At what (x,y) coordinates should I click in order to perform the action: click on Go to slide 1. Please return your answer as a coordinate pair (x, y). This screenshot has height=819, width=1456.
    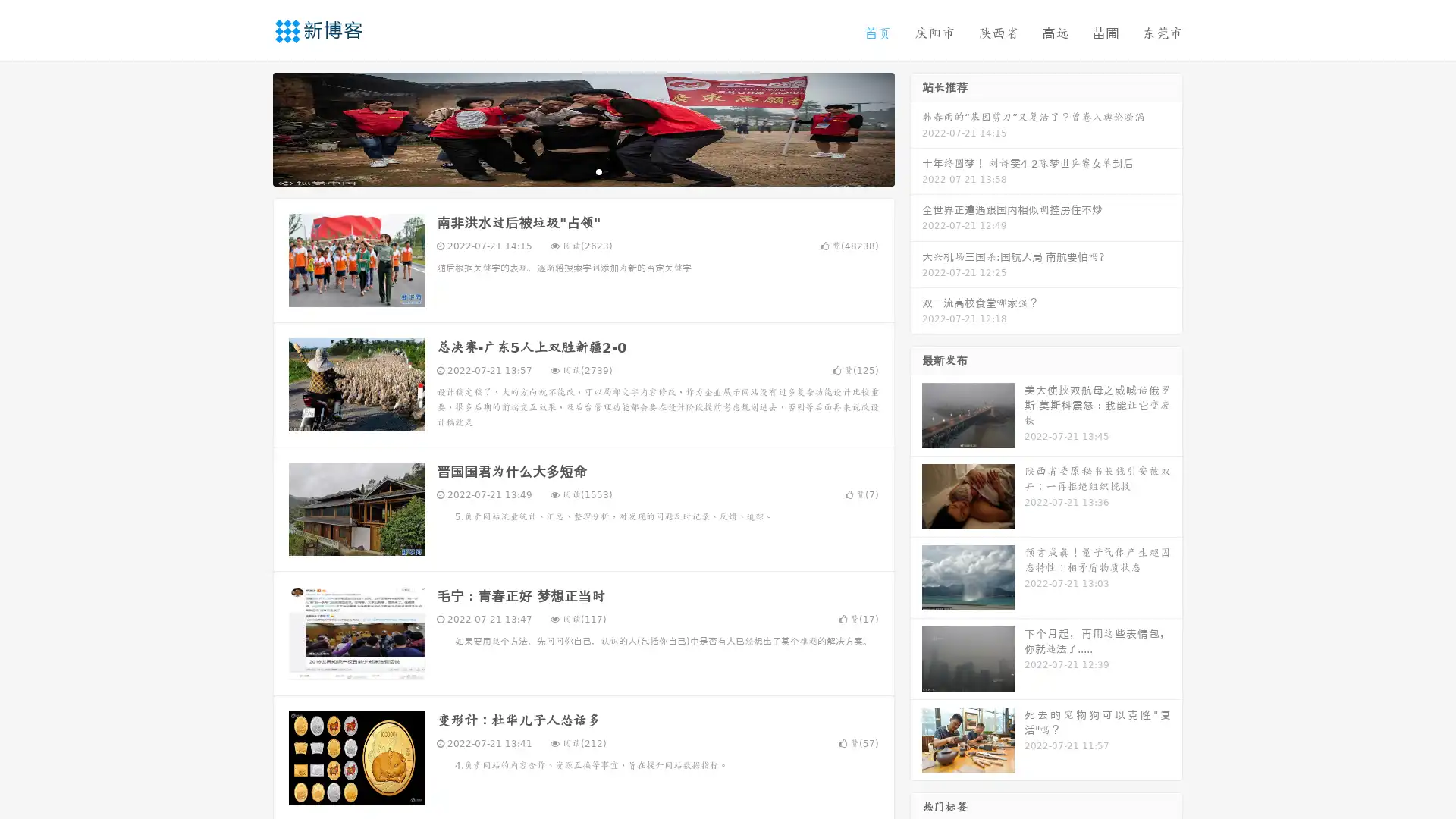
    Looking at the image, I should click on (567, 171).